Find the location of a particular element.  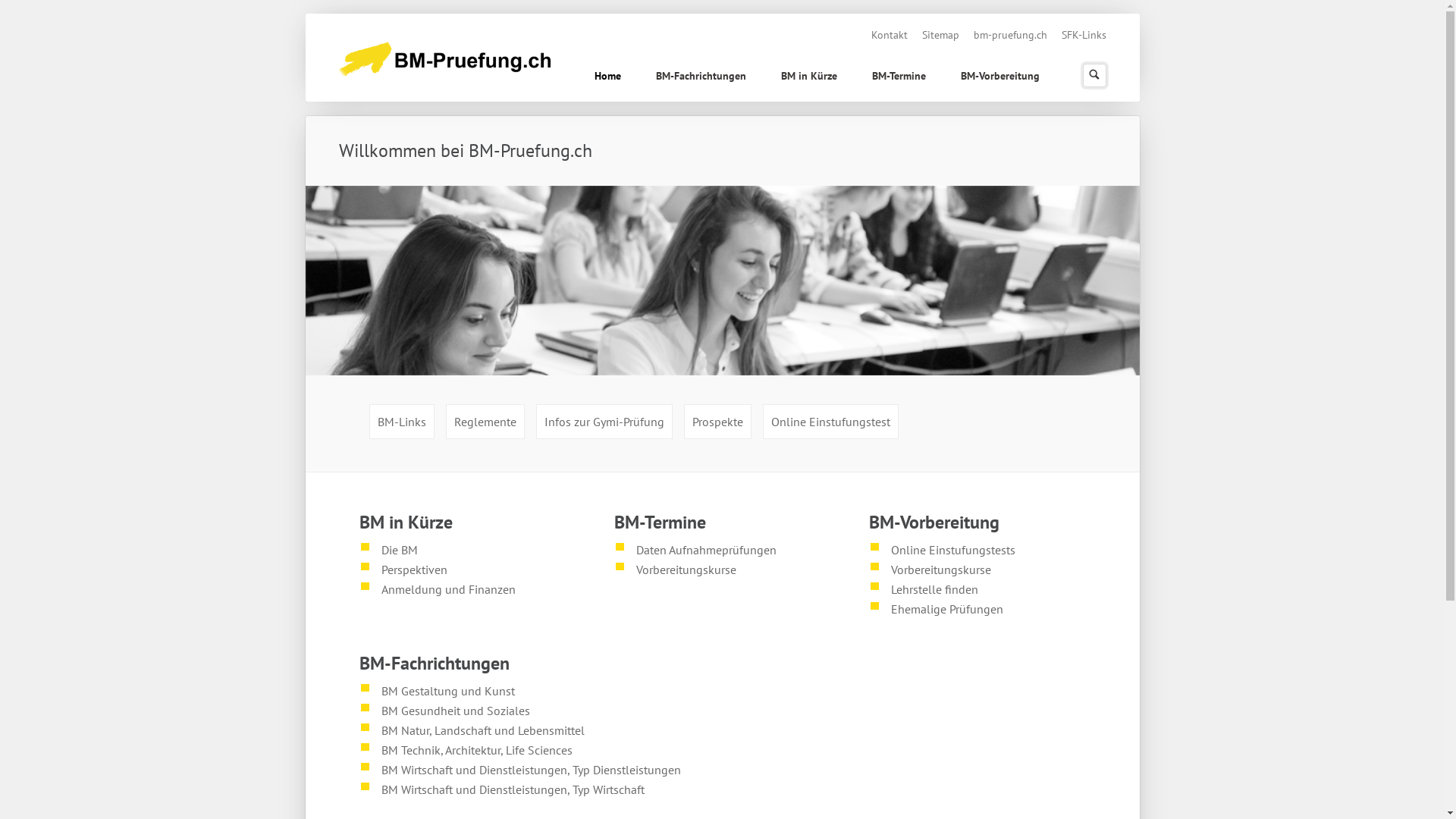

'bm-pruefung.ch' is located at coordinates (1010, 34).